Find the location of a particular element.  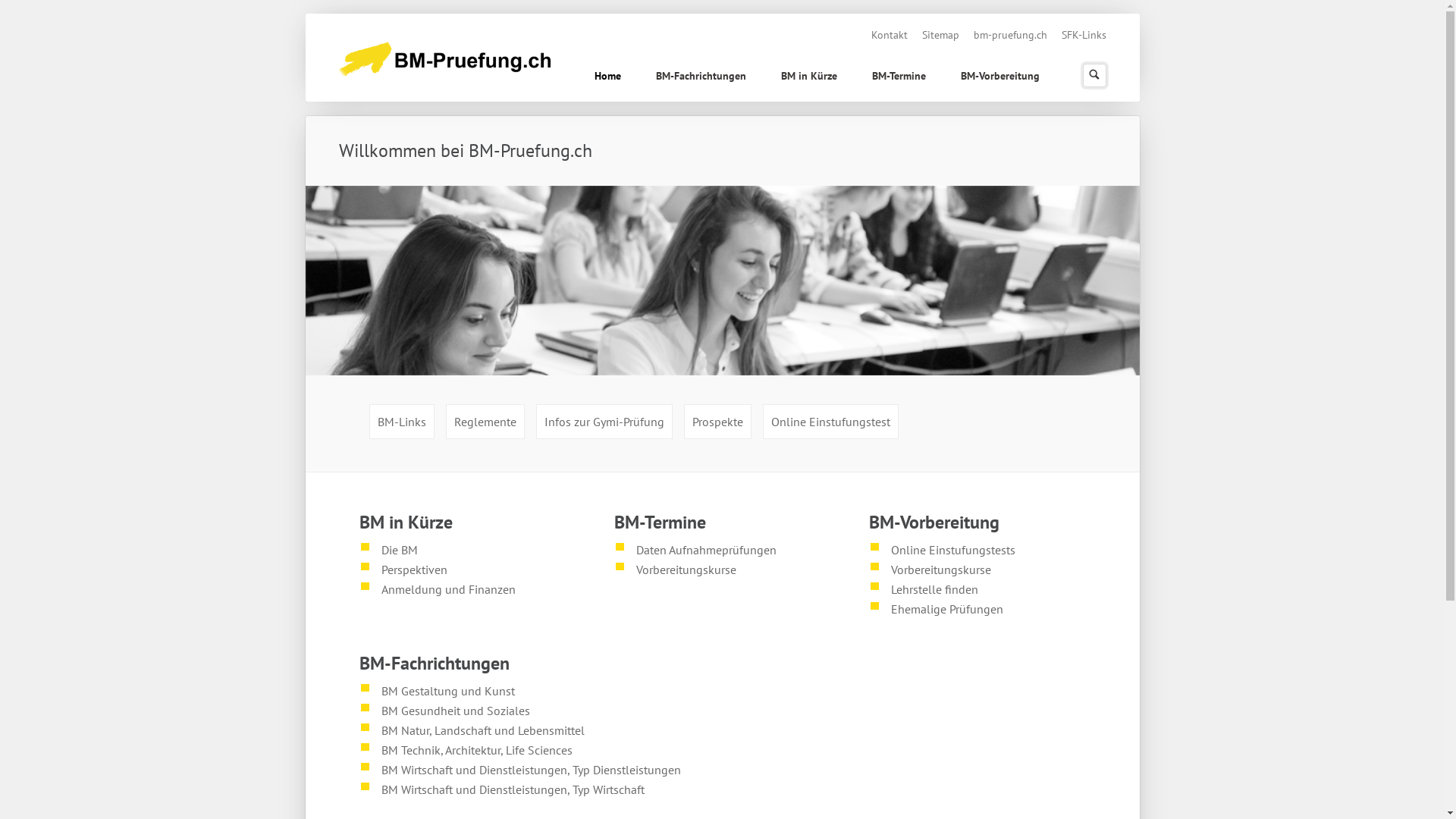

'bm-pruefung.ch' is located at coordinates (1010, 34).